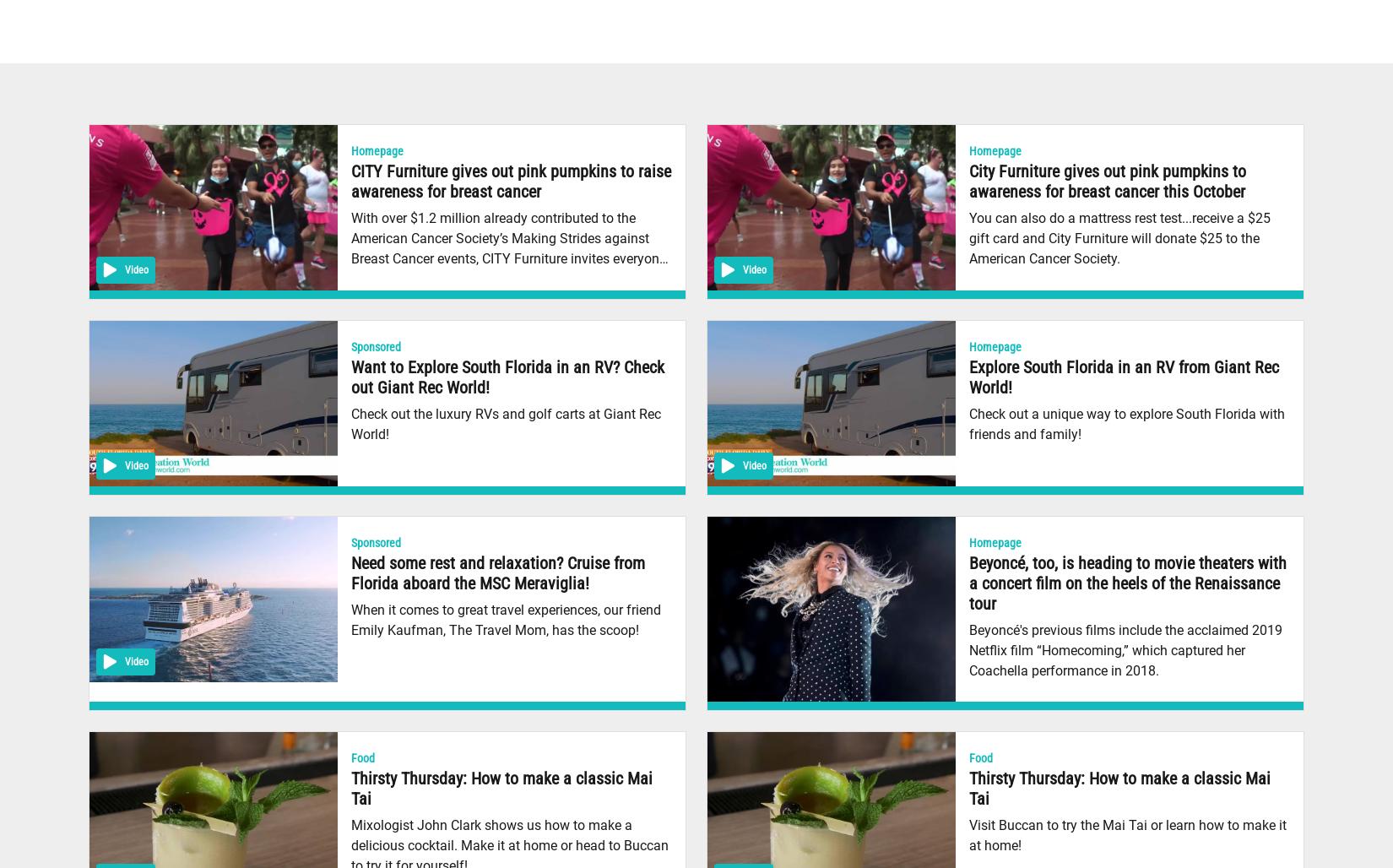  I want to click on 'Want to Explore South Florida in an RV? Check out Giant Rec World!', so click(507, 377).